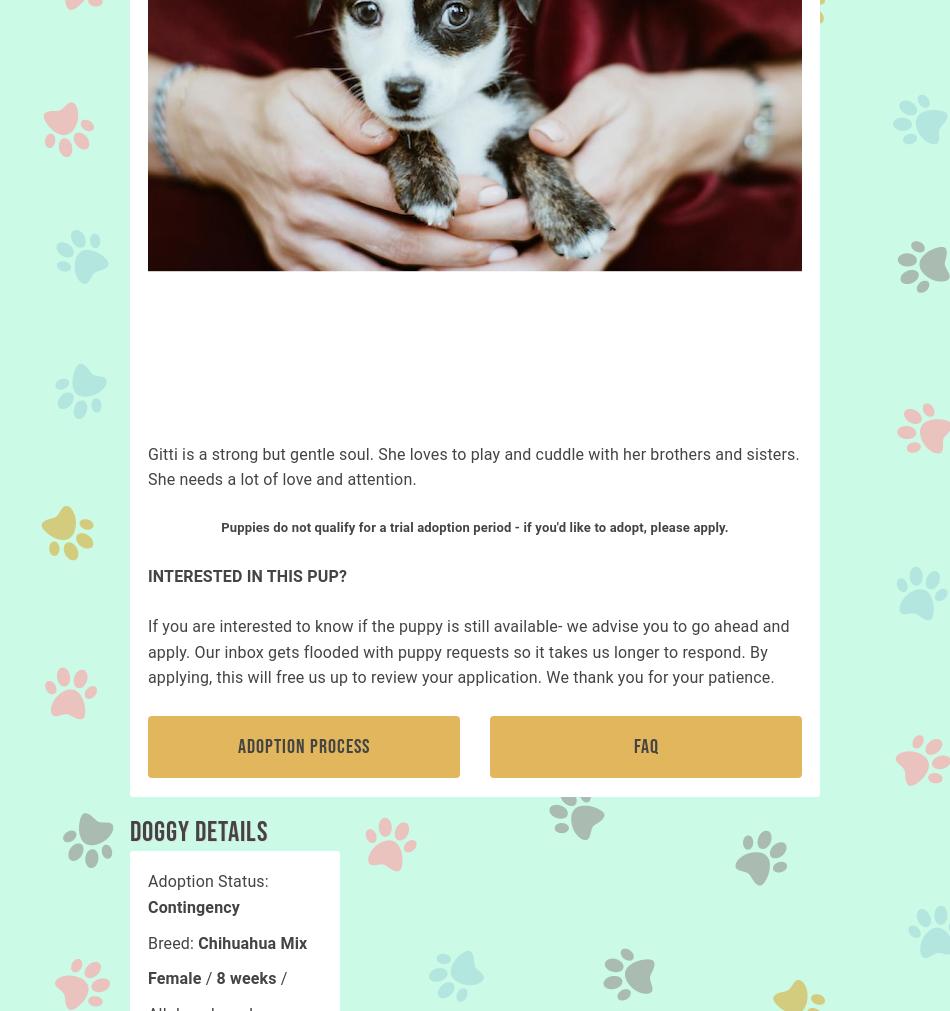  I want to click on 'INTERESTED IN THIS PUP?', so click(246, 575).